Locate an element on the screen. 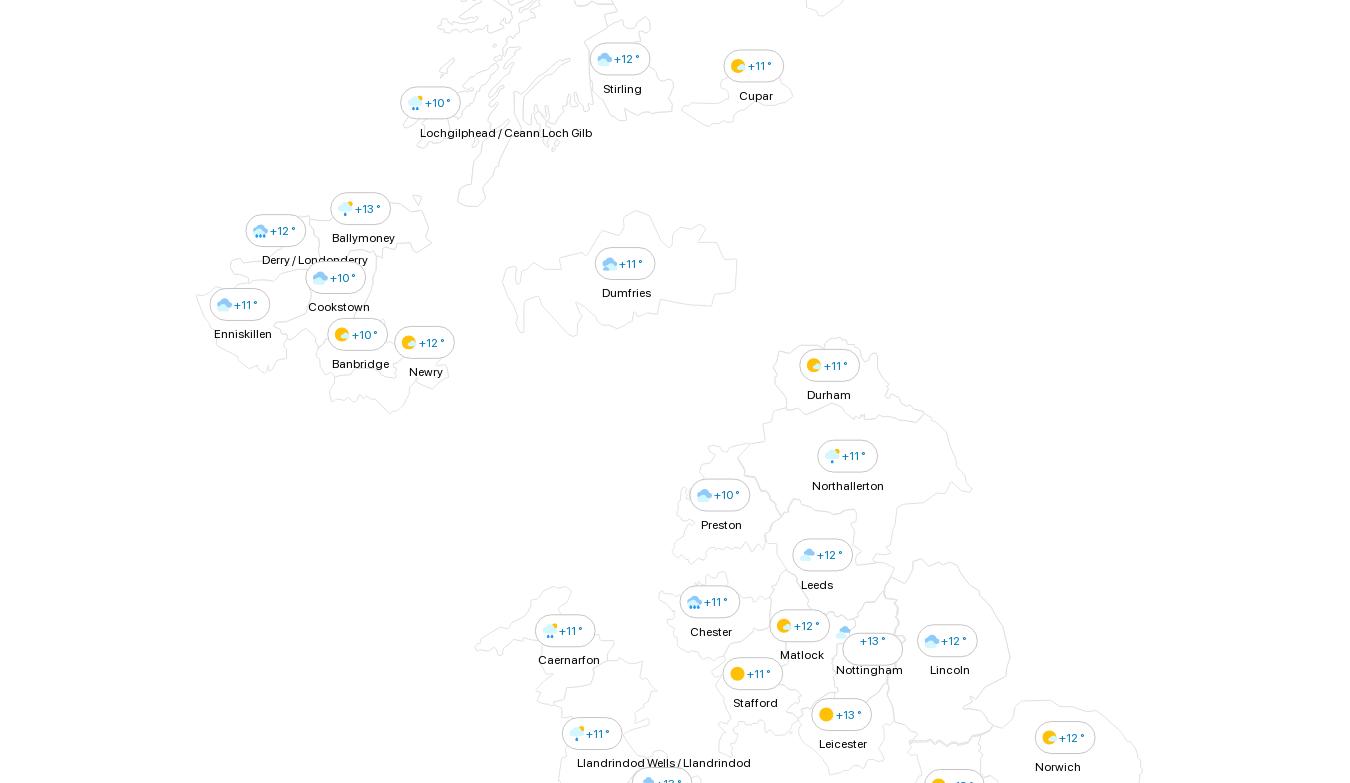  'Newry' is located at coordinates (407, 372).